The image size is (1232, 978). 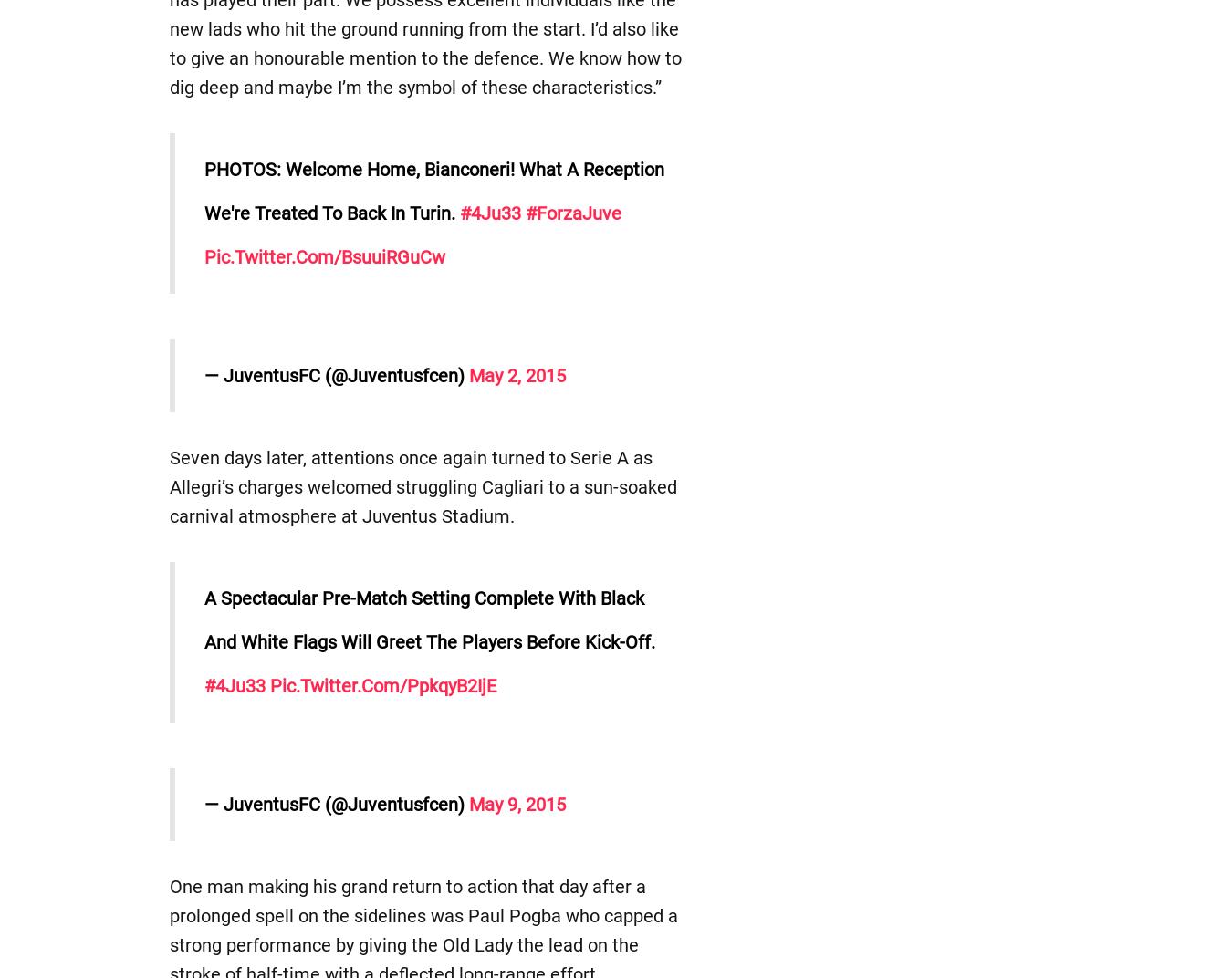 What do you see at coordinates (517, 374) in the screenshot?
I see `'May 2, 2015'` at bounding box center [517, 374].